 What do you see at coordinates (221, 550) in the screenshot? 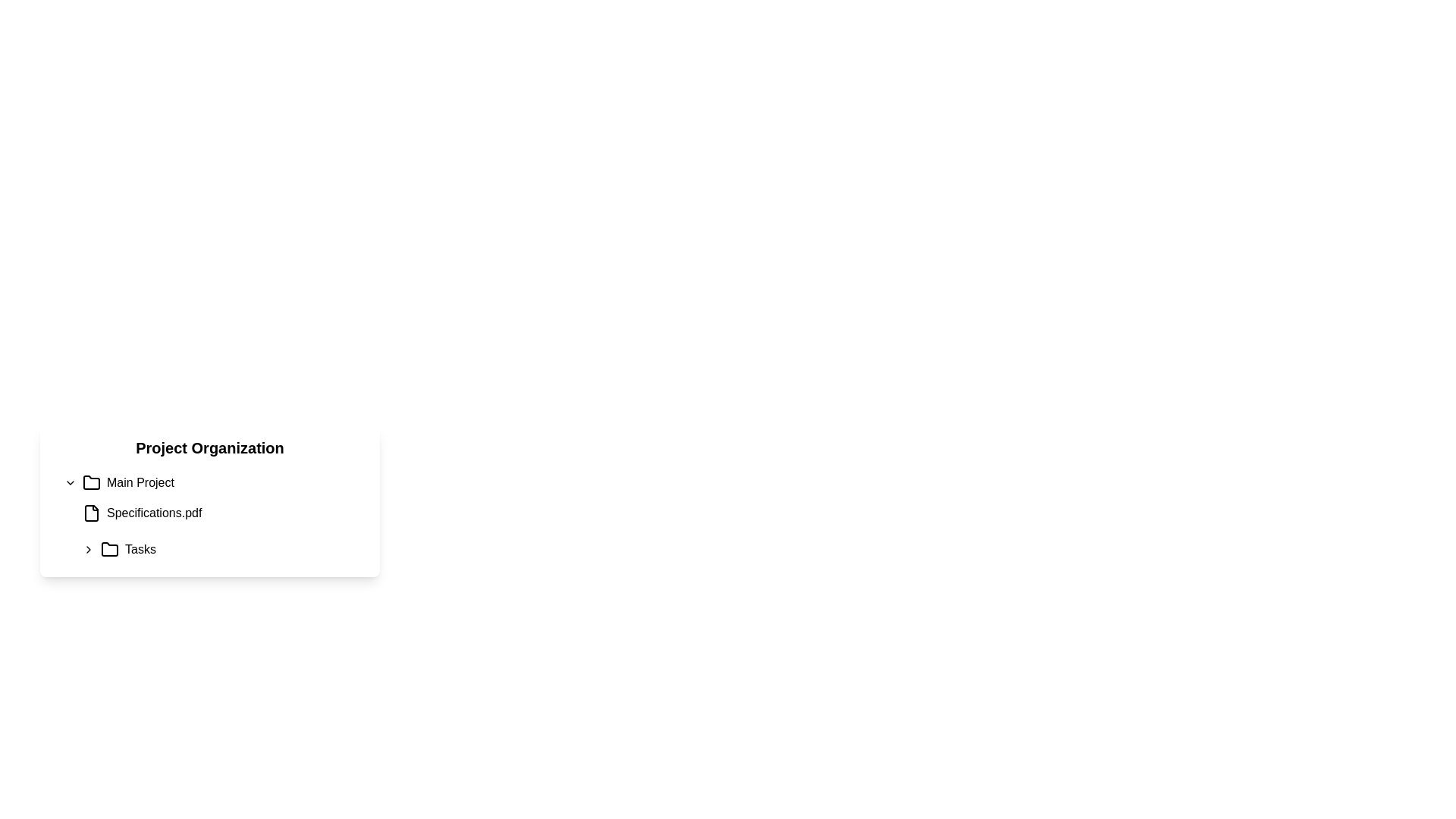
I see `the 'Tasks' folder item in the list under 'Project Organization'` at bounding box center [221, 550].